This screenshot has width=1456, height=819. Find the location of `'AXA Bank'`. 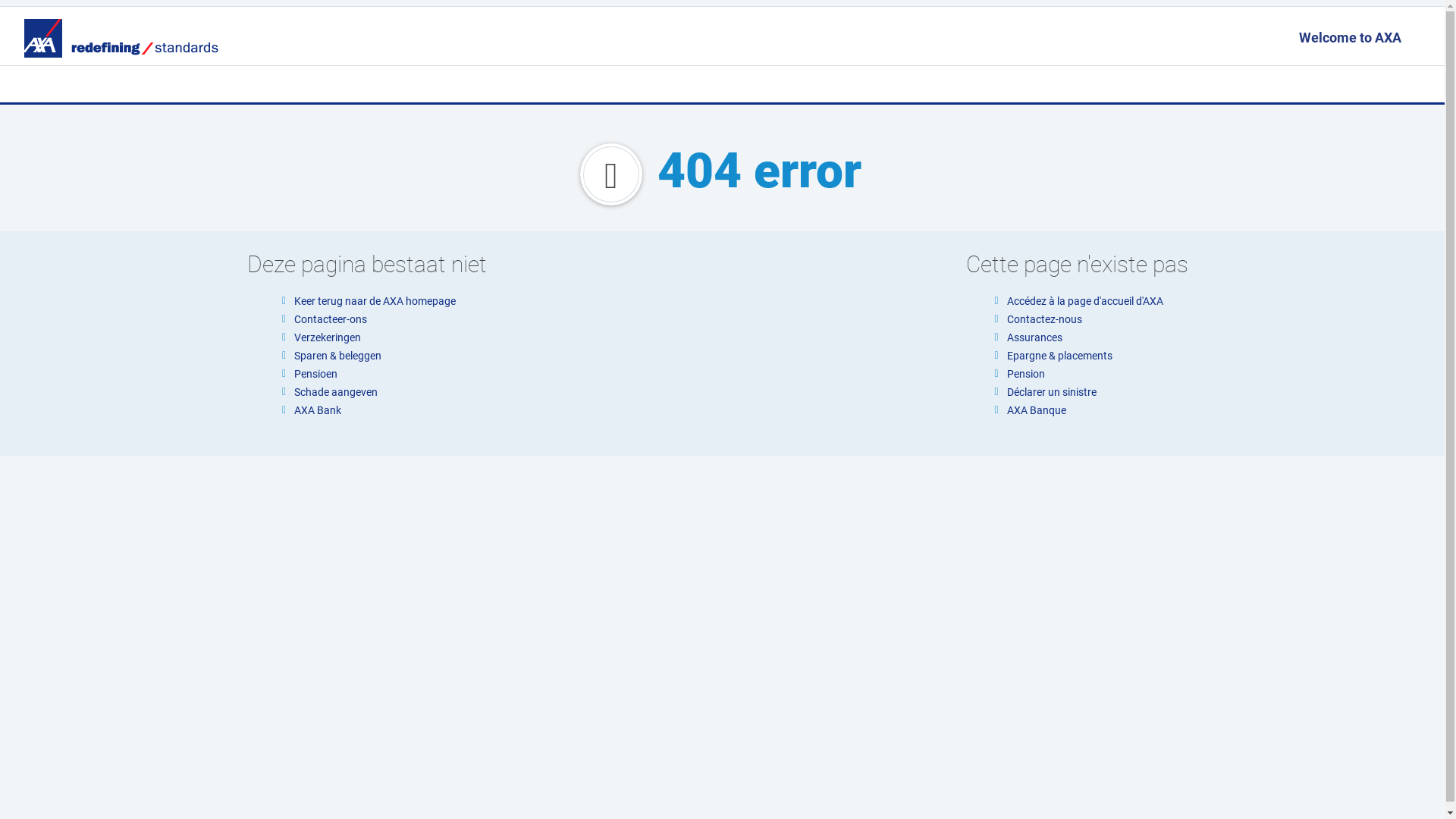

'AXA Bank' is located at coordinates (294, 409).